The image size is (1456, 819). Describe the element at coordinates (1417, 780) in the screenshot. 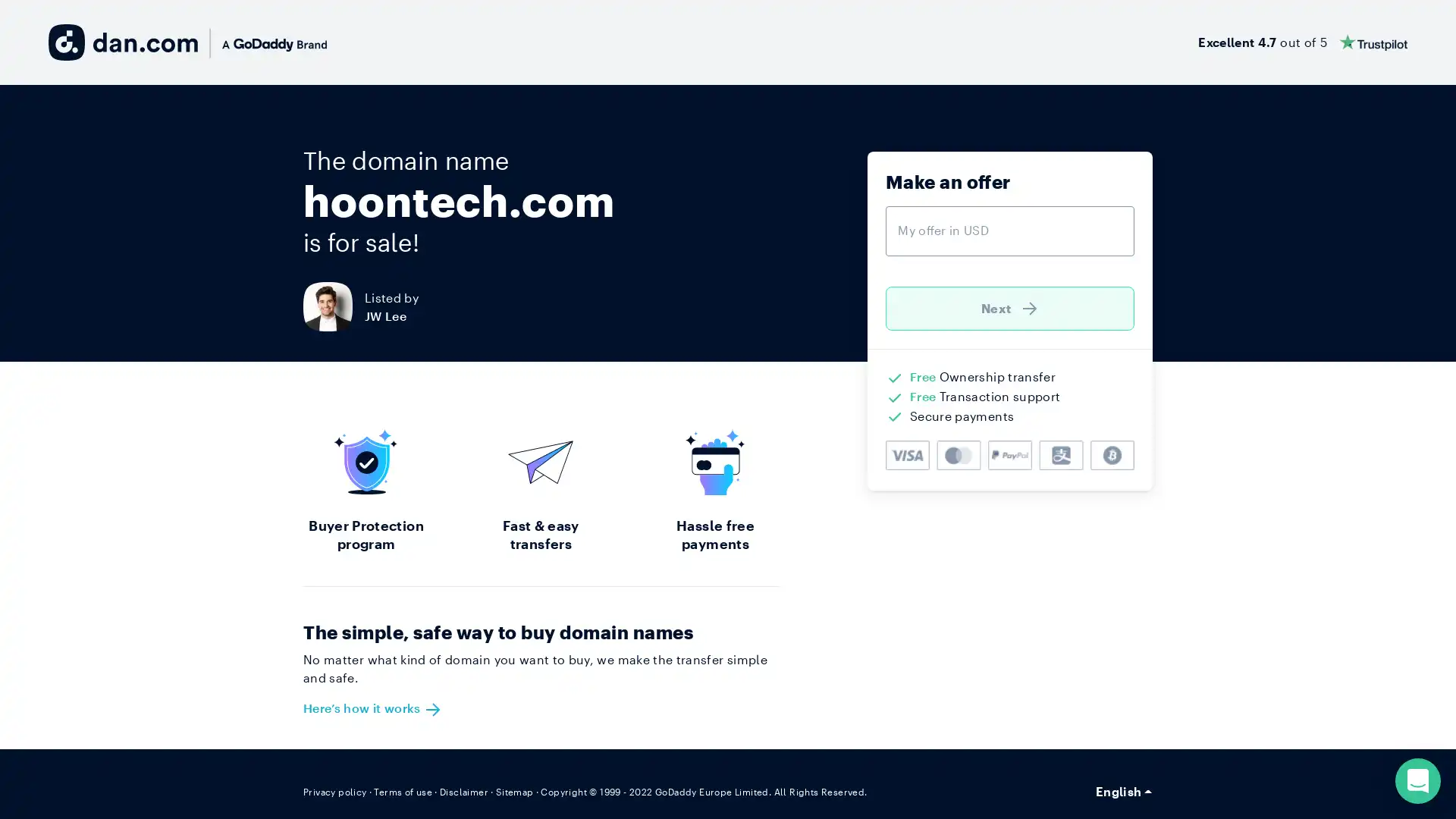

I see `Open Intercom Messenger` at that location.